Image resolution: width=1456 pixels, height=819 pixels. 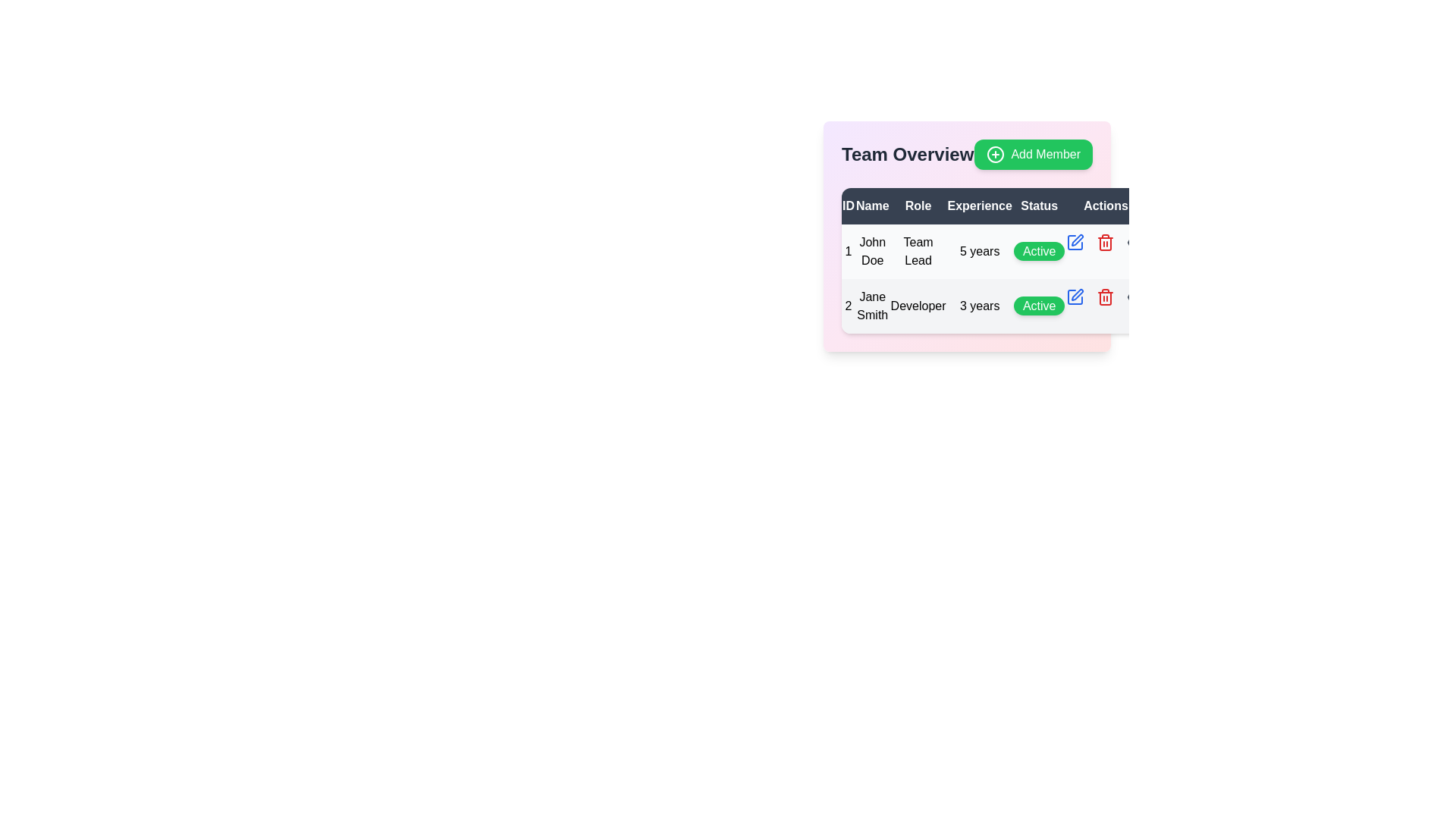 I want to click on to select the second row in the table that contains detailed information about the individual, located right below the row for 'John Doe', so click(x=993, y=306).